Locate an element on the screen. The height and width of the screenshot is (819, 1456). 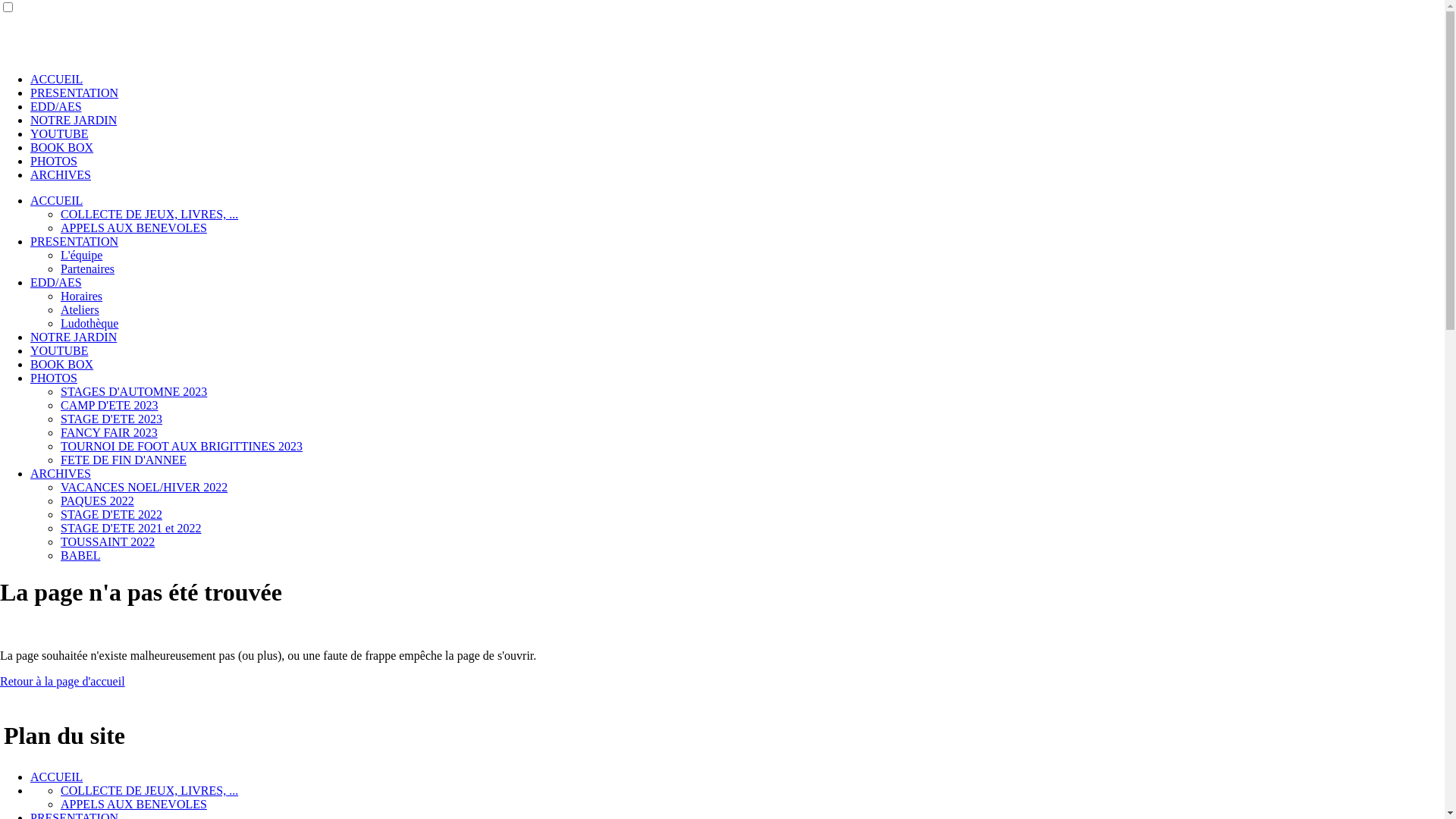
'STAGES D'AUTOMNE 2023' is located at coordinates (61, 391).